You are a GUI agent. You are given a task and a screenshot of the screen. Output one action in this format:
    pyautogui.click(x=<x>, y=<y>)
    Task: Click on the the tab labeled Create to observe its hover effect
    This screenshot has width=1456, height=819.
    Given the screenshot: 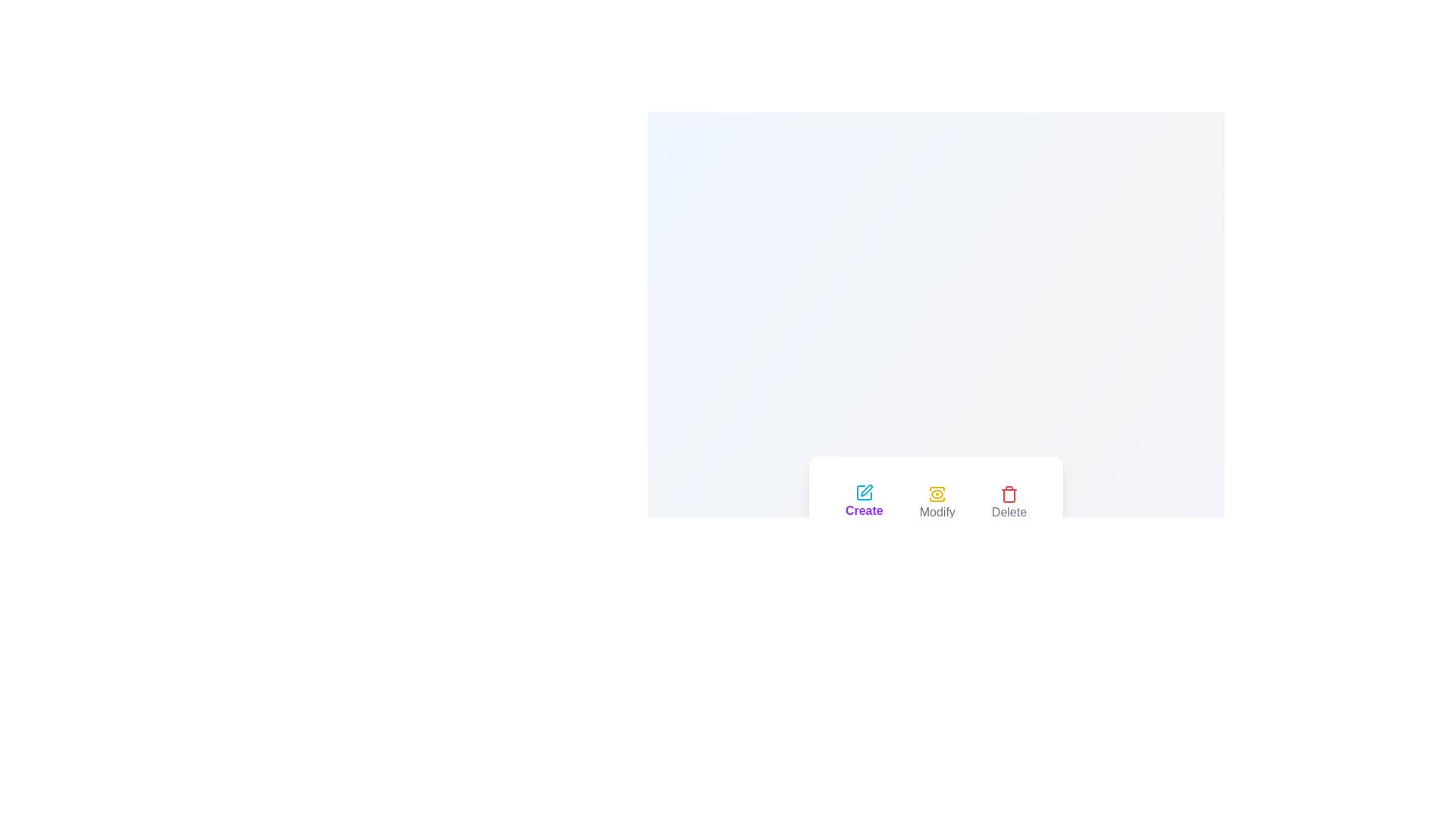 What is the action you would take?
    pyautogui.click(x=864, y=503)
    